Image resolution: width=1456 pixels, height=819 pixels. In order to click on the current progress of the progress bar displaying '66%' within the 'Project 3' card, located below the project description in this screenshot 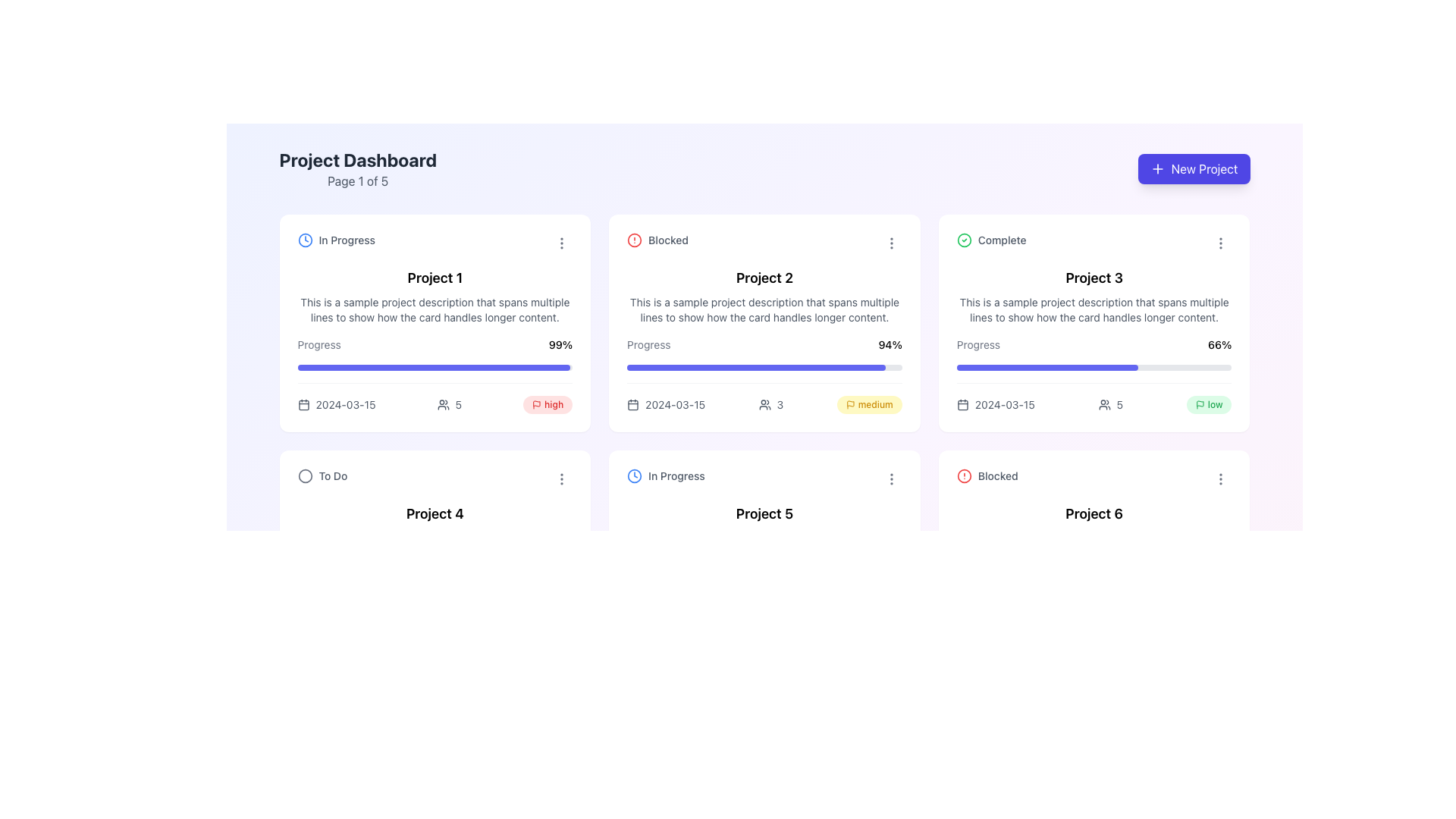, I will do `click(1094, 375)`.